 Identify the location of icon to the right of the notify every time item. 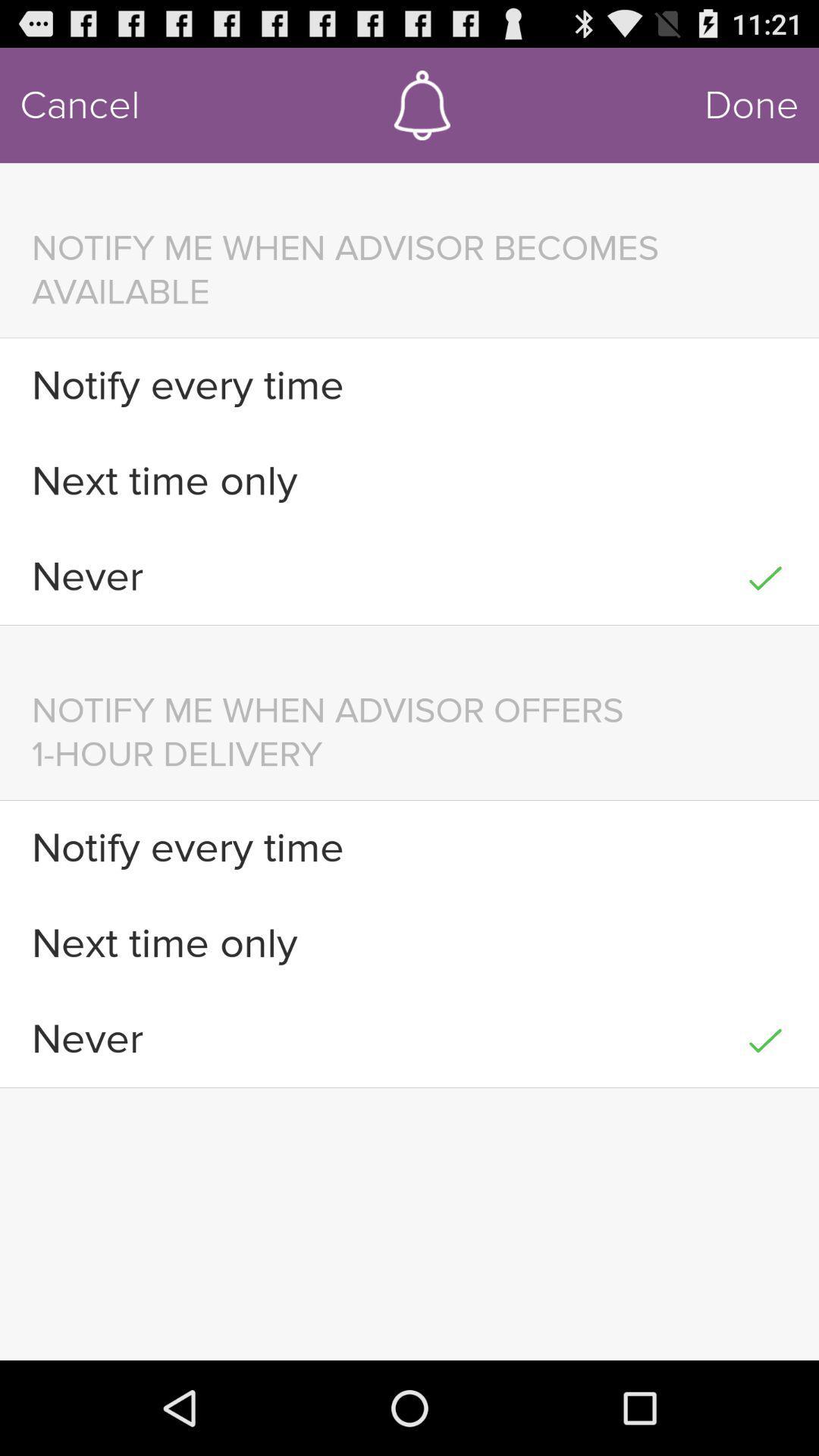
(765, 847).